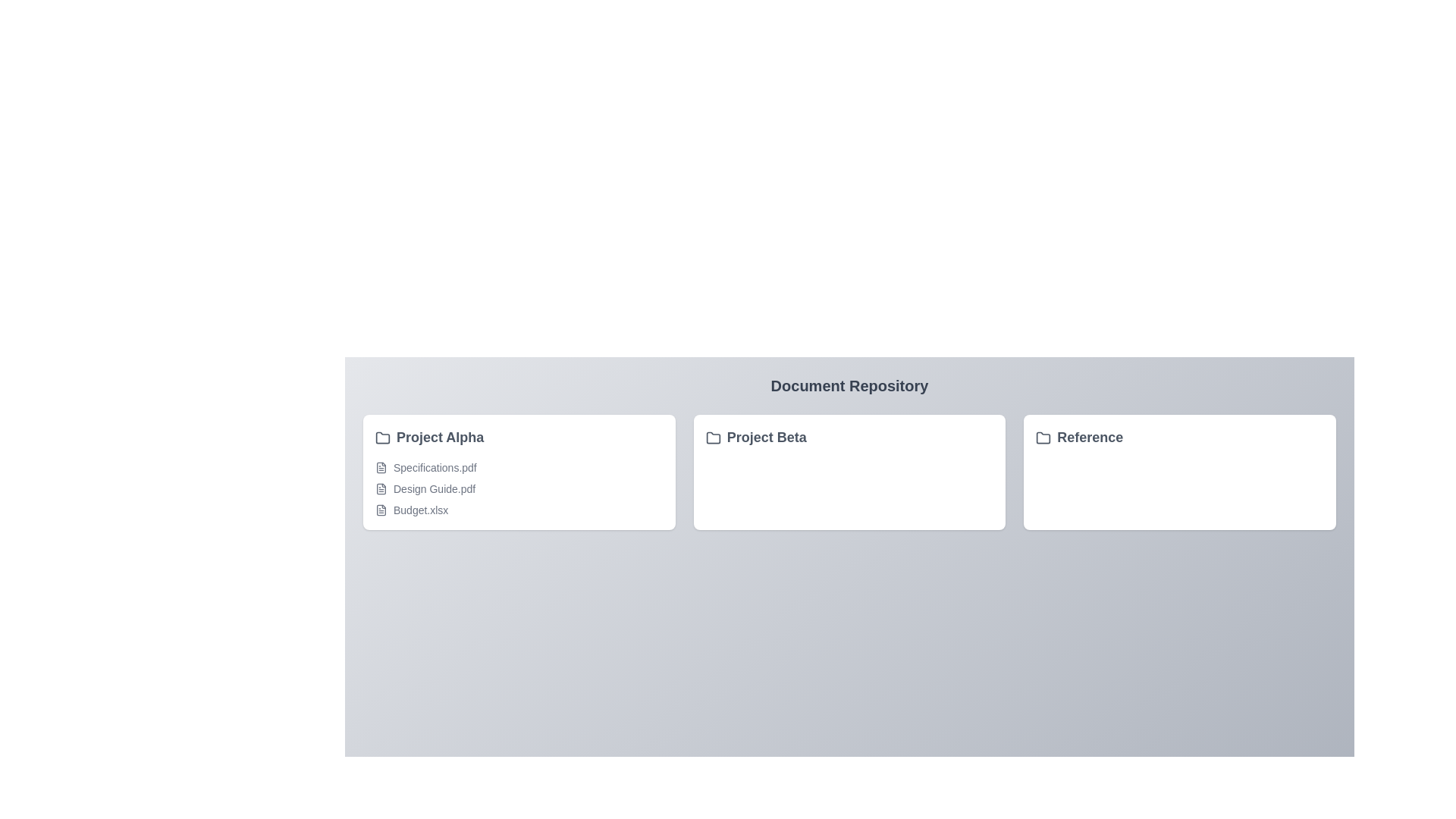 This screenshot has height=819, width=1456. Describe the element at coordinates (381, 488) in the screenshot. I see `the document type icon located in the second row of the file list within the 'Project Alpha' section, just before the label 'Design Guide.pdf' to interact with it` at that location.